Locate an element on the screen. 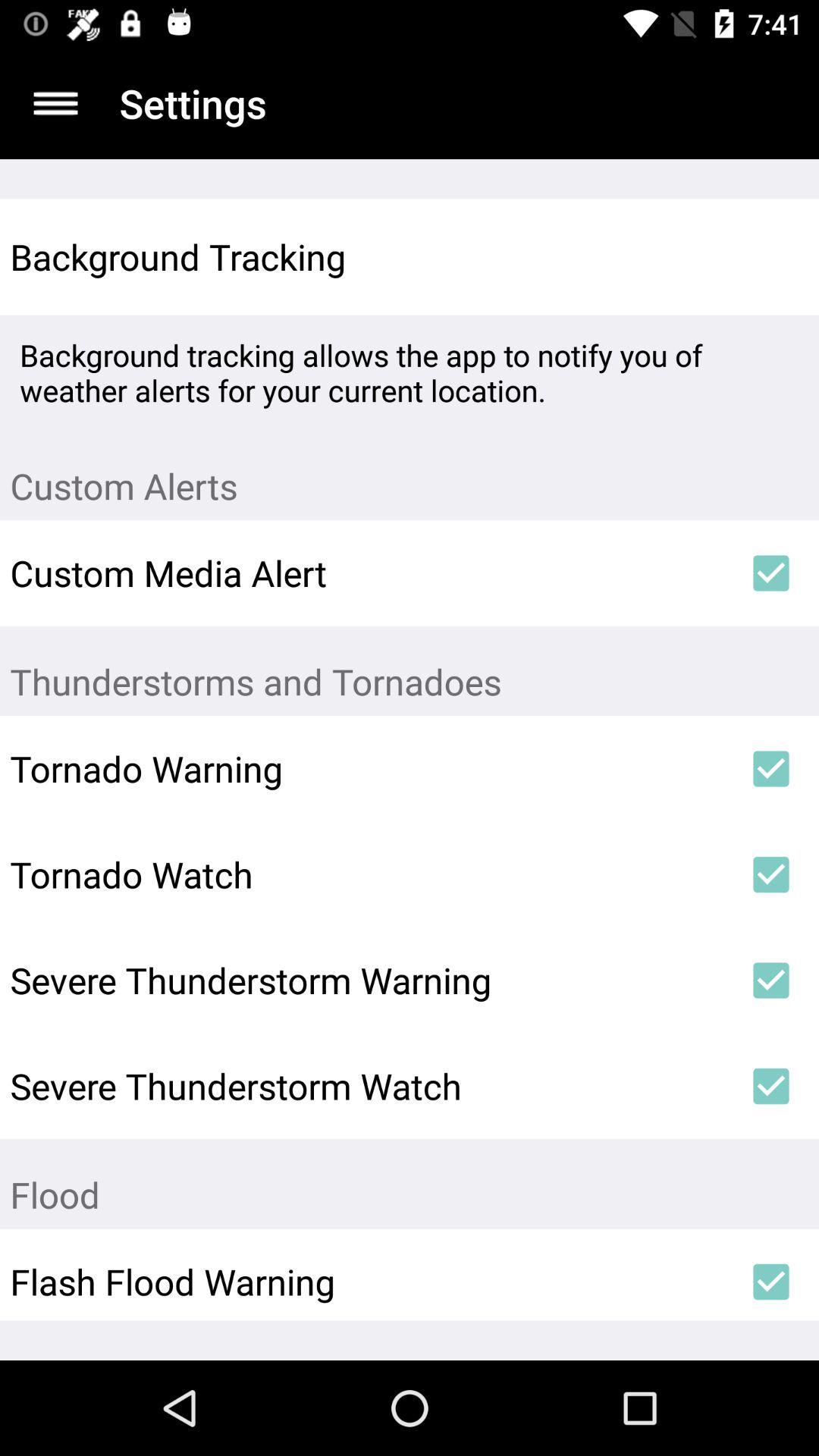 This screenshot has width=819, height=1456. the item above the background tracking is located at coordinates (55, 102).